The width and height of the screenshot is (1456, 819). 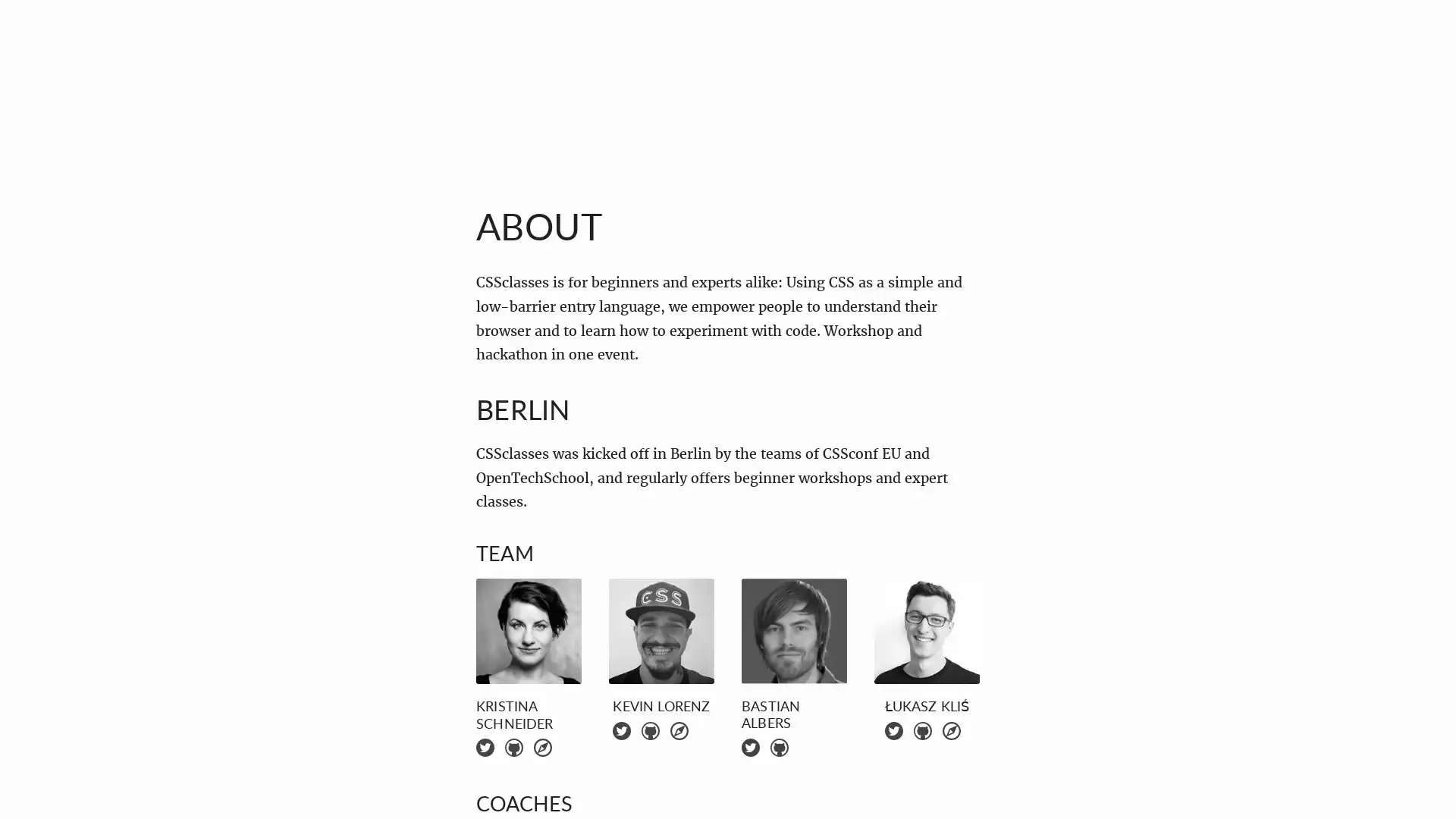 I want to click on Open Menu, so click(x=49, y=48).